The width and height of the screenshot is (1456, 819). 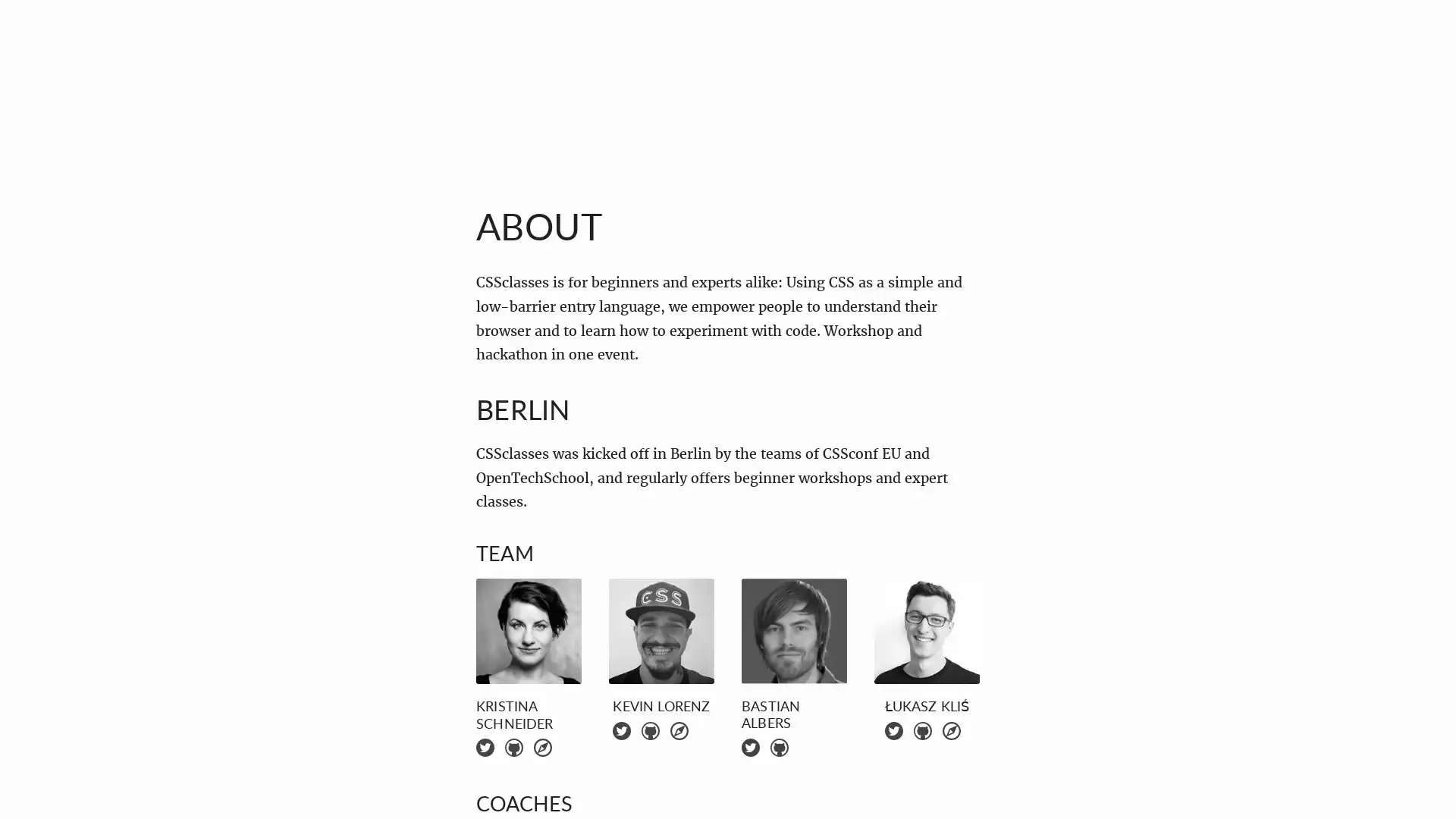 I want to click on Open Menu, so click(x=49, y=48).